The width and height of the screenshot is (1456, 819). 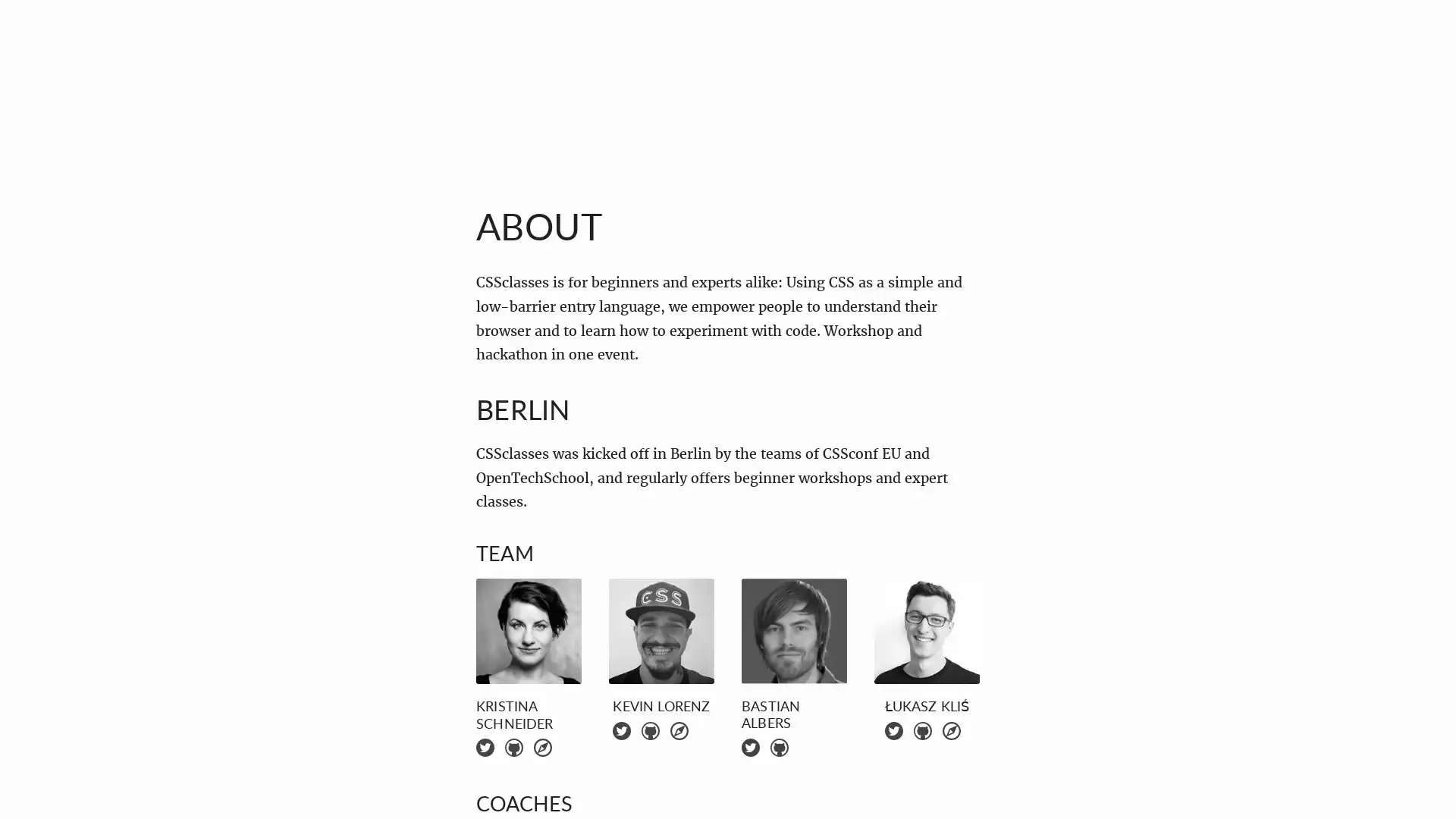 I want to click on Open Menu, so click(x=49, y=48).